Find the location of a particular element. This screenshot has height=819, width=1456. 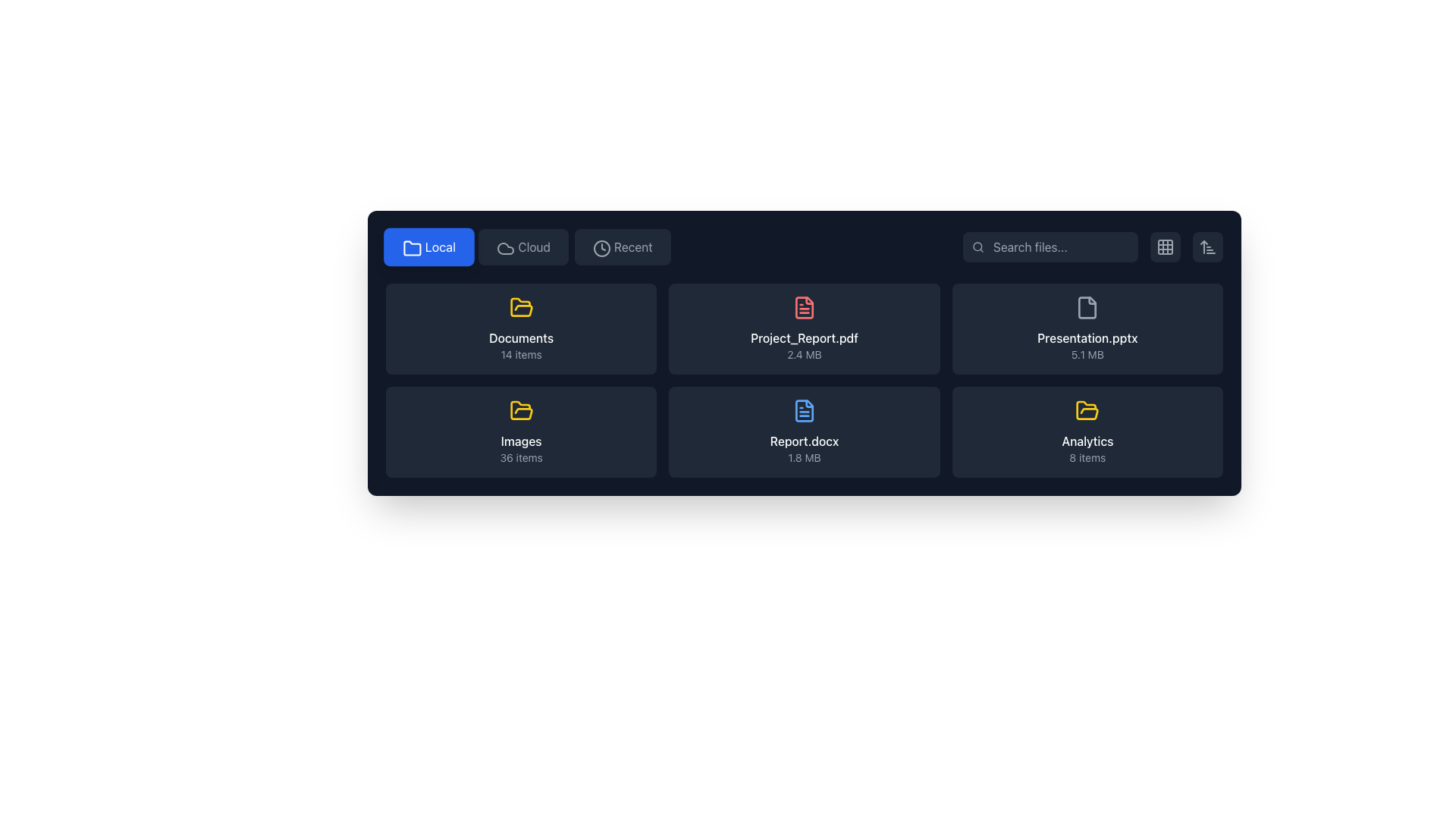

the 'Images' folder card located as the second card in the bottom row of the grid layout is located at coordinates (521, 432).